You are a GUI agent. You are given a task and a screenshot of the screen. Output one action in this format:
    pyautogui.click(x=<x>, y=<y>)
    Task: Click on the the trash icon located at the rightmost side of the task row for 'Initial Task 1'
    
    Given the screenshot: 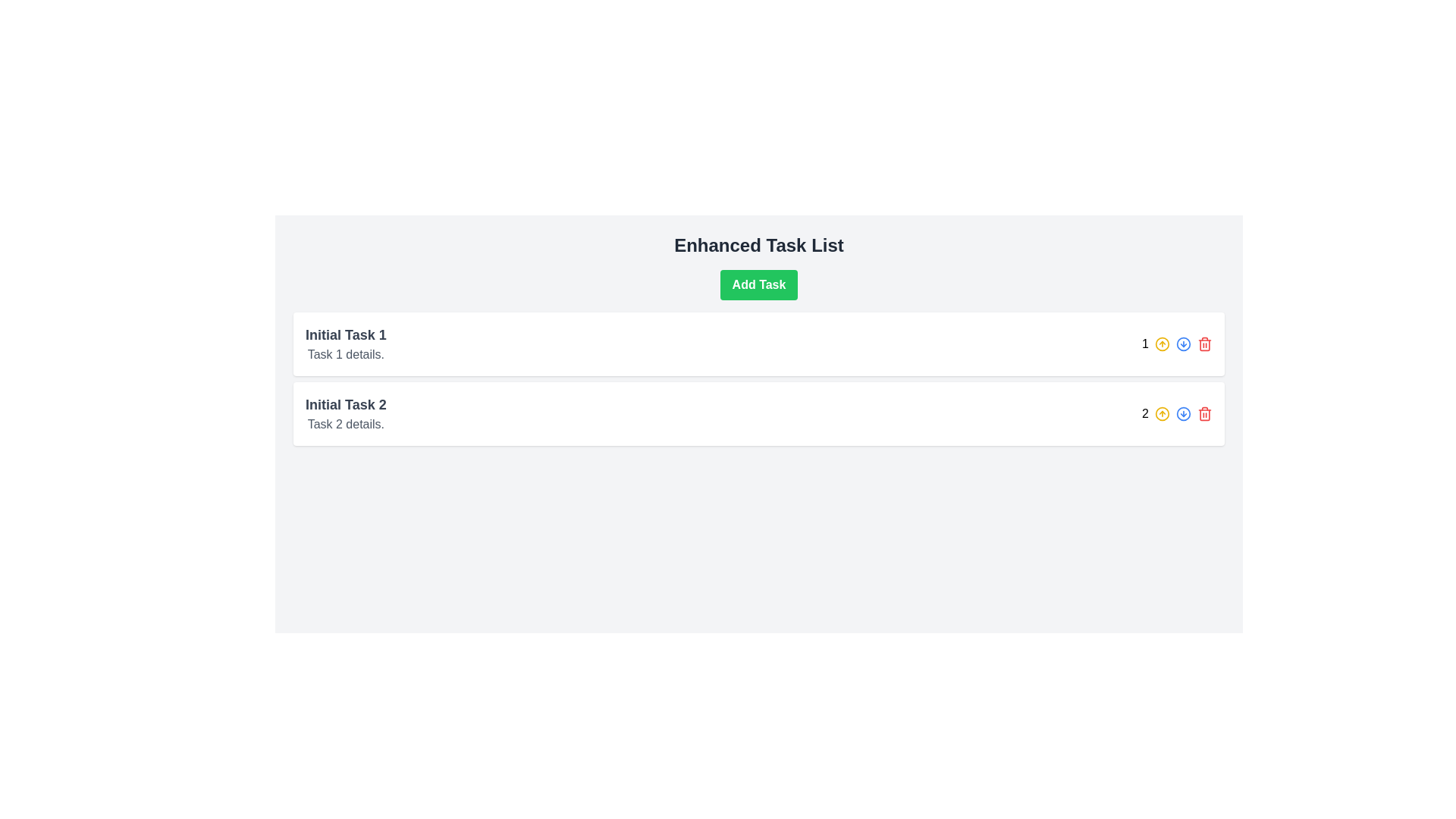 What is the action you would take?
    pyautogui.click(x=1203, y=345)
    